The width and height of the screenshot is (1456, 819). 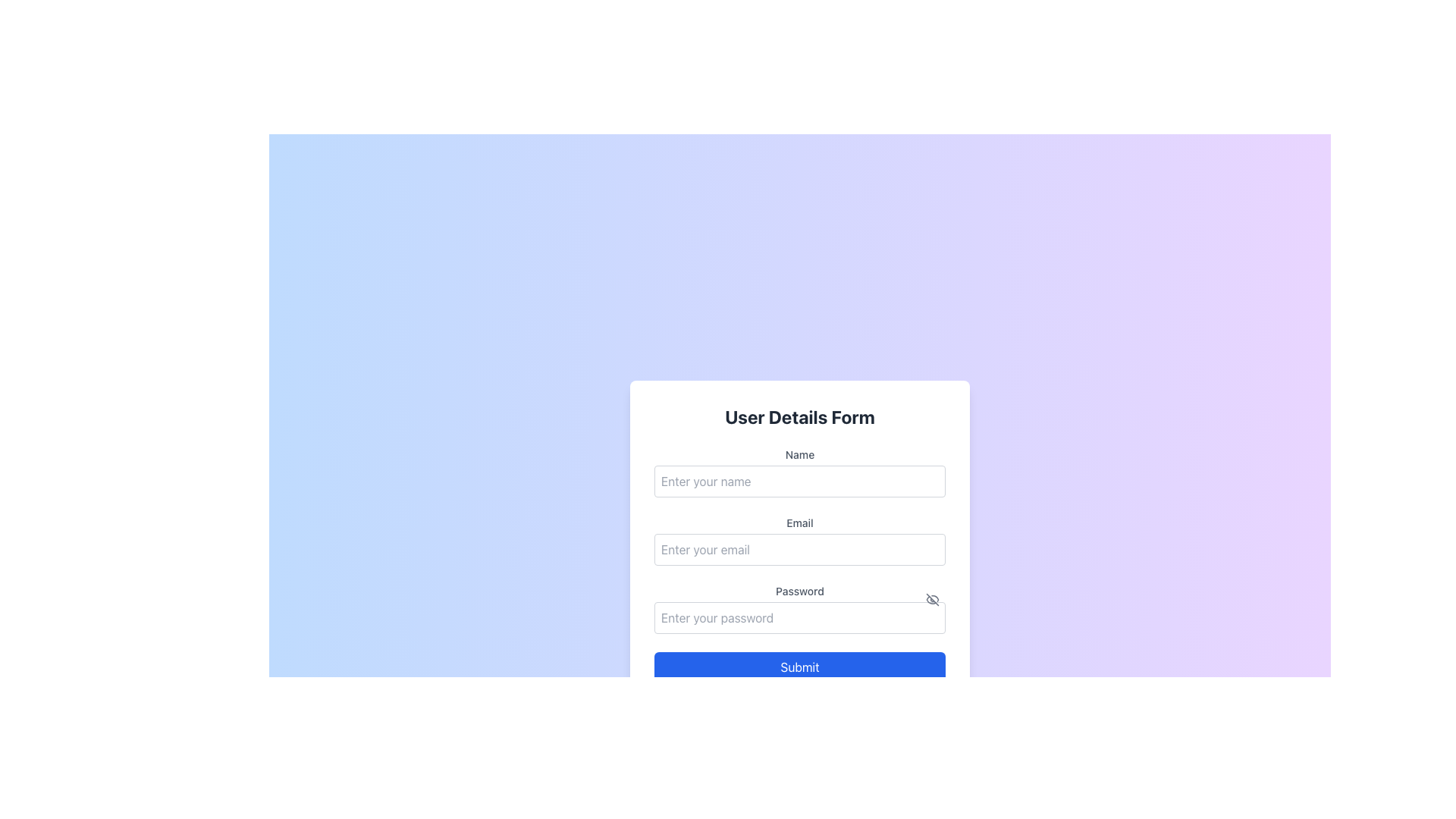 I want to click on the form submission button located at the bottom of the 'User Details Form', so click(x=799, y=666).